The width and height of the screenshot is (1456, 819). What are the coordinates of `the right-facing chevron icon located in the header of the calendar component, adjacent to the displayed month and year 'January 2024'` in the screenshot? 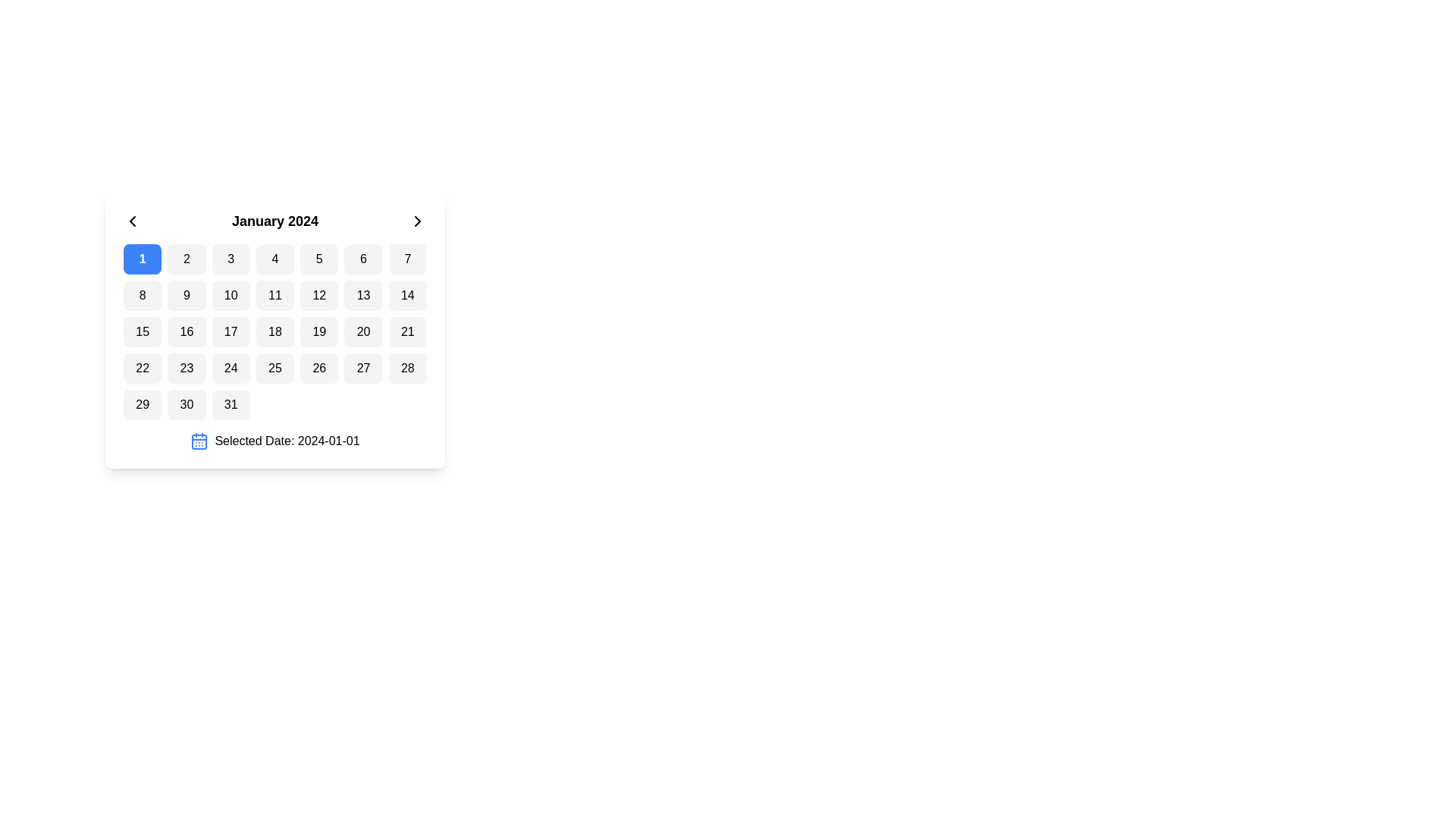 It's located at (418, 221).